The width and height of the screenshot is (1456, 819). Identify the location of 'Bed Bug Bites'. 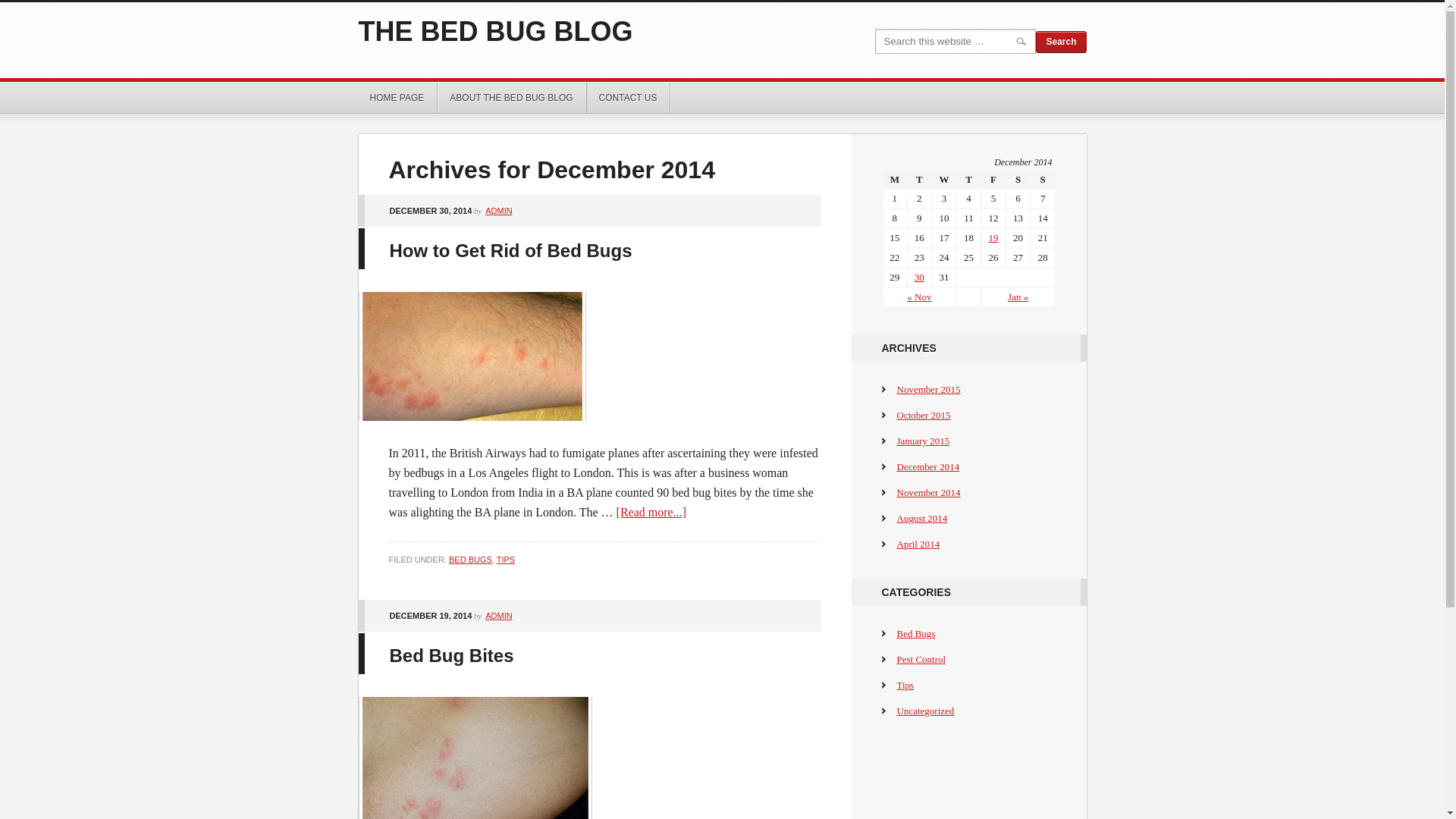
(450, 654).